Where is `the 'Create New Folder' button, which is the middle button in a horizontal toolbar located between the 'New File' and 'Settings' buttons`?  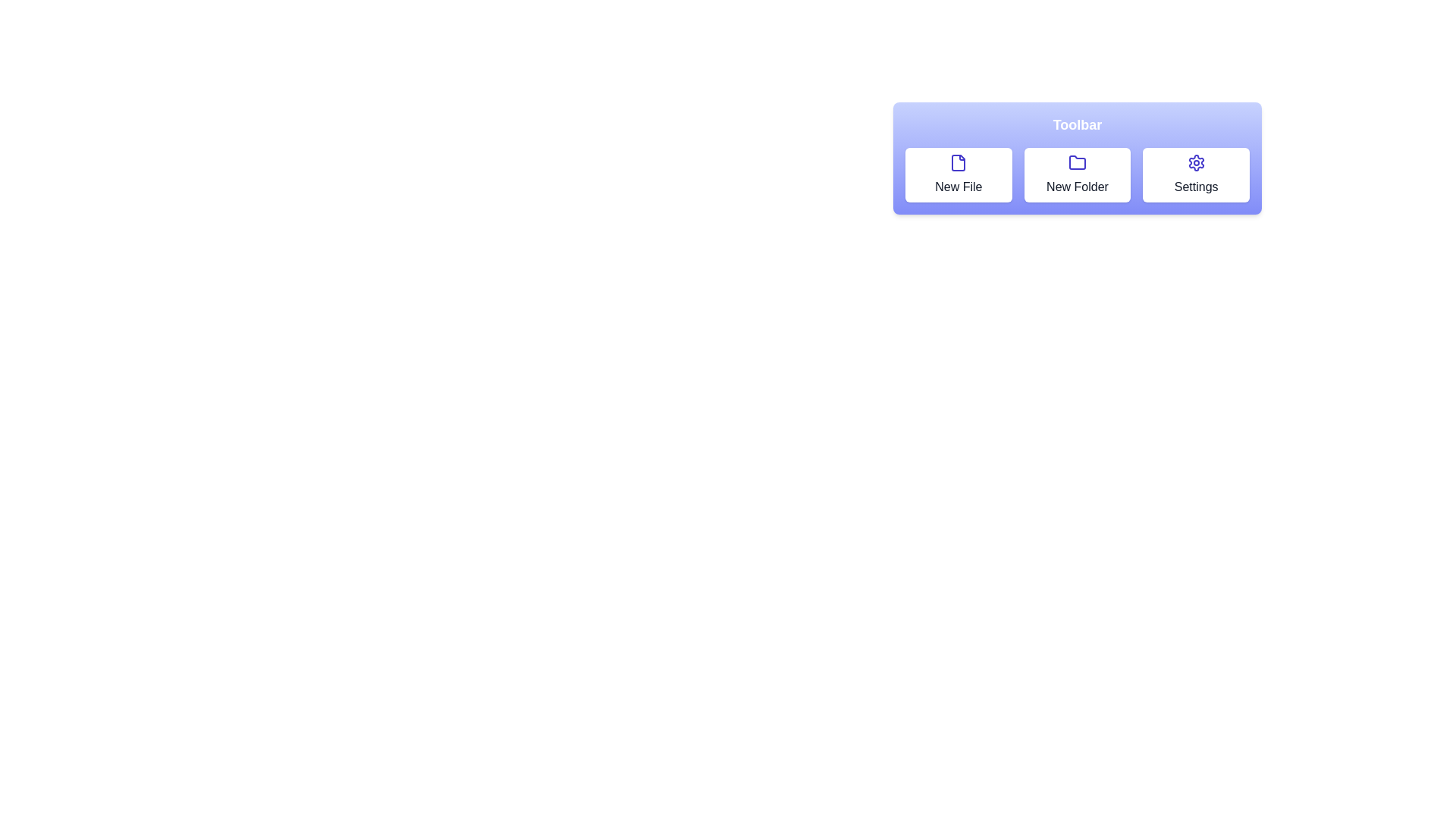 the 'Create New Folder' button, which is the middle button in a horizontal toolbar located between the 'New File' and 'Settings' buttons is located at coordinates (1076, 174).